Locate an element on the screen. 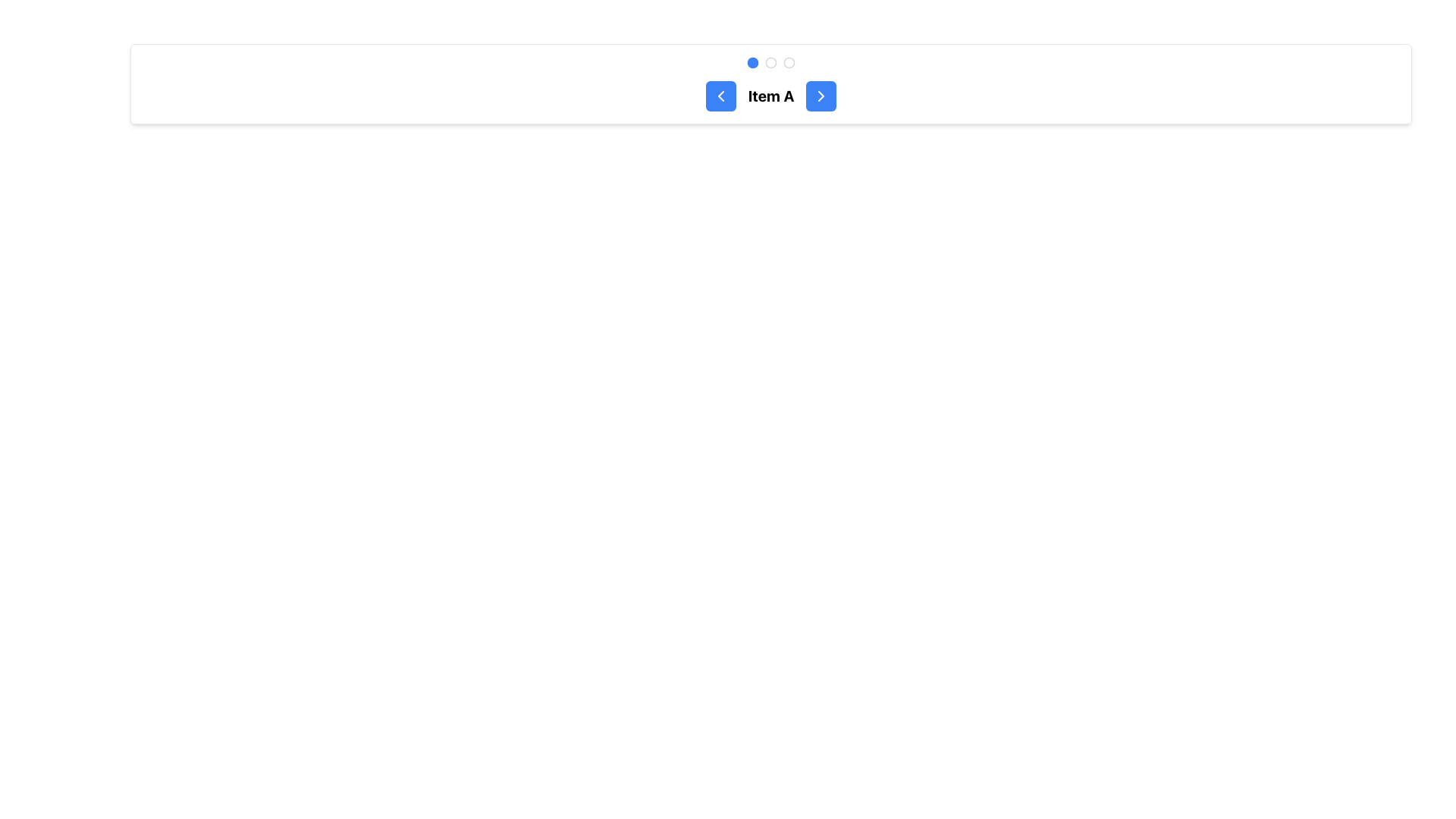 The width and height of the screenshot is (1456, 819). the status of the leftmost blue circular indicator in the navigation sequence located above 'Item A' is located at coordinates (753, 62).